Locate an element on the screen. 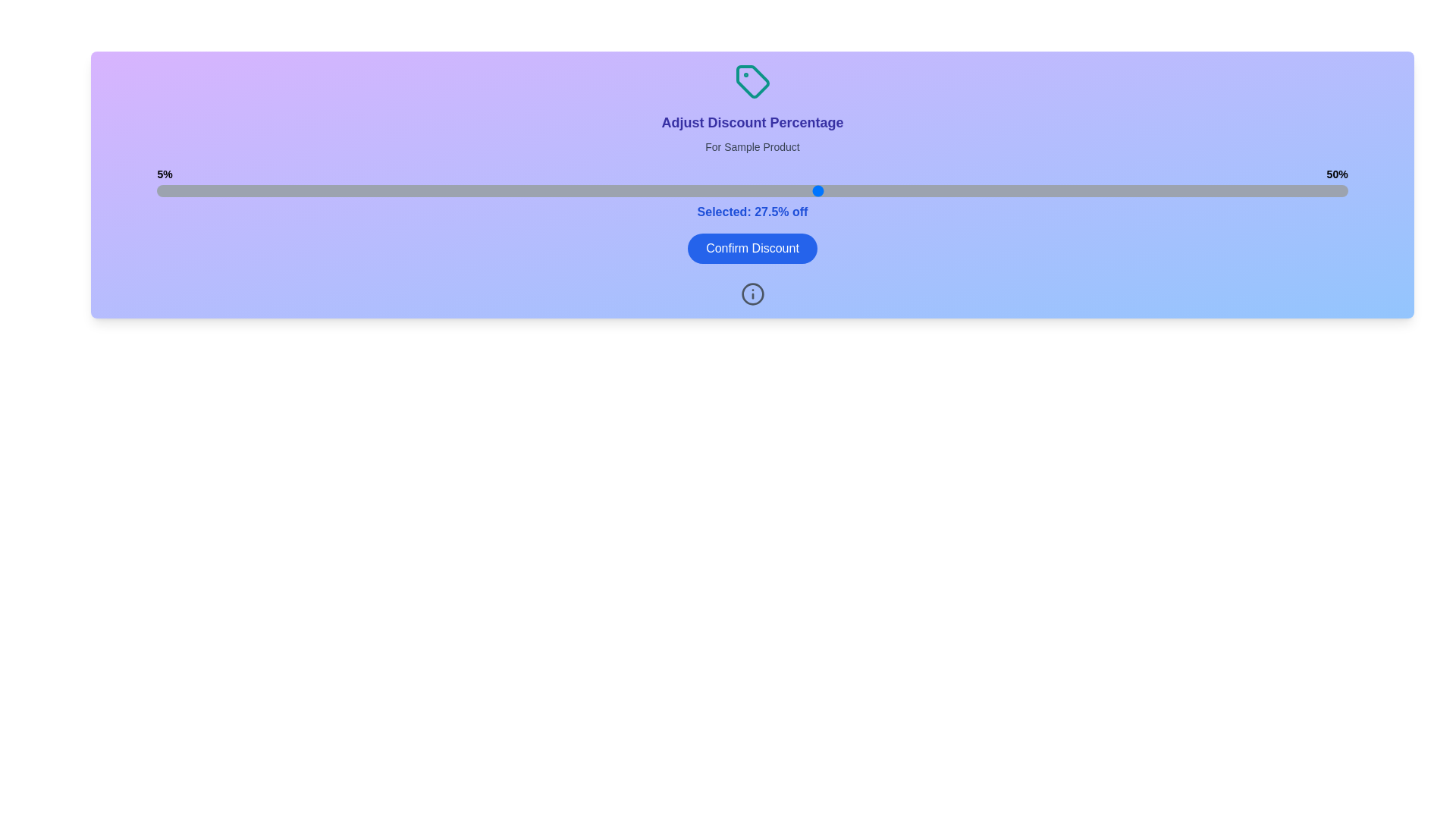 The height and width of the screenshot is (819, 1456). the static text label indicating the purpose of the interface for adjusting the discount percentage, which is located centrally below the teal tag icon and above the description text 'For Sample Product' is located at coordinates (752, 122).